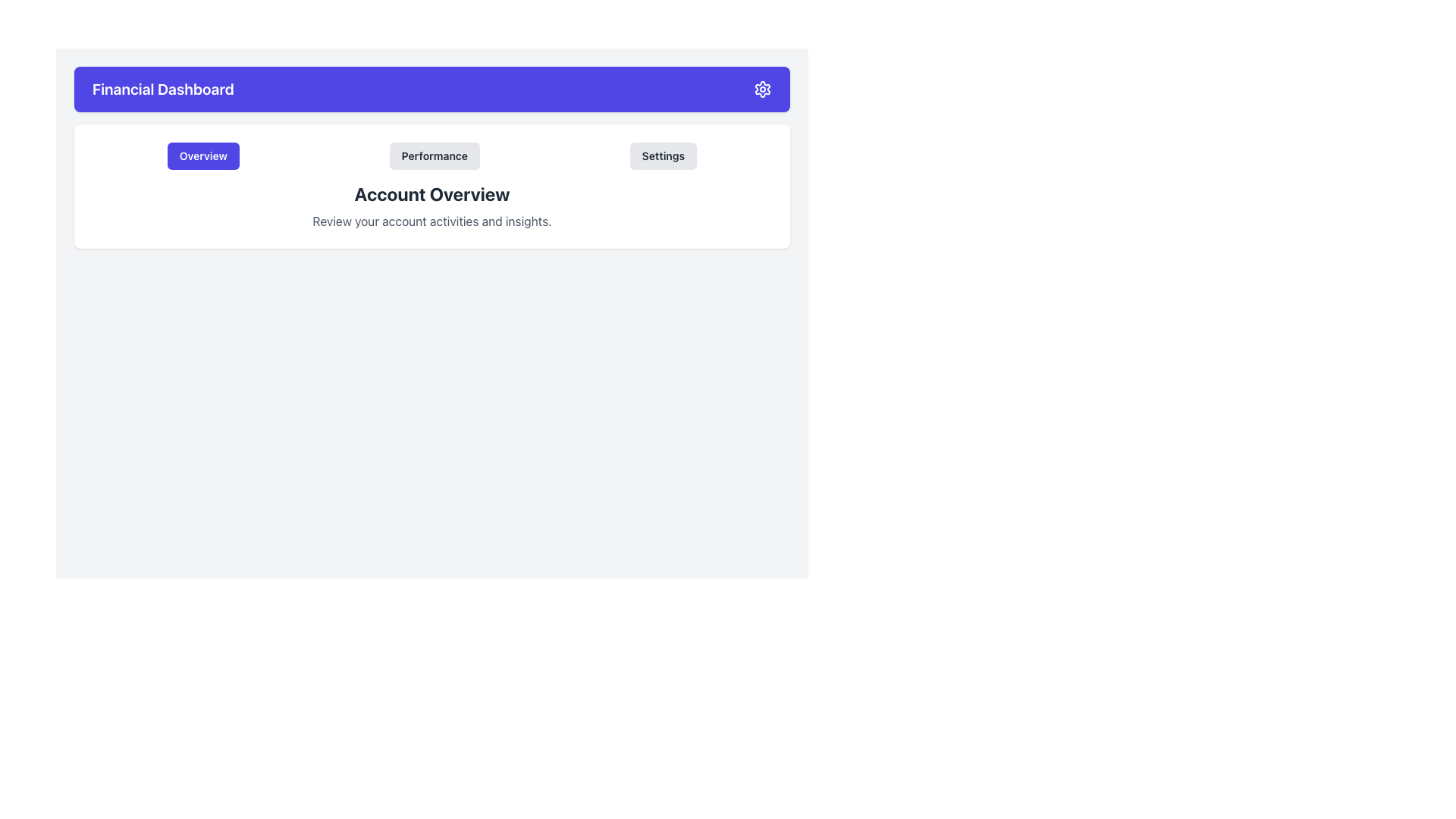 The height and width of the screenshot is (819, 1456). I want to click on the gear icon representing settings located at the far right end of the top navigation bar, so click(763, 89).